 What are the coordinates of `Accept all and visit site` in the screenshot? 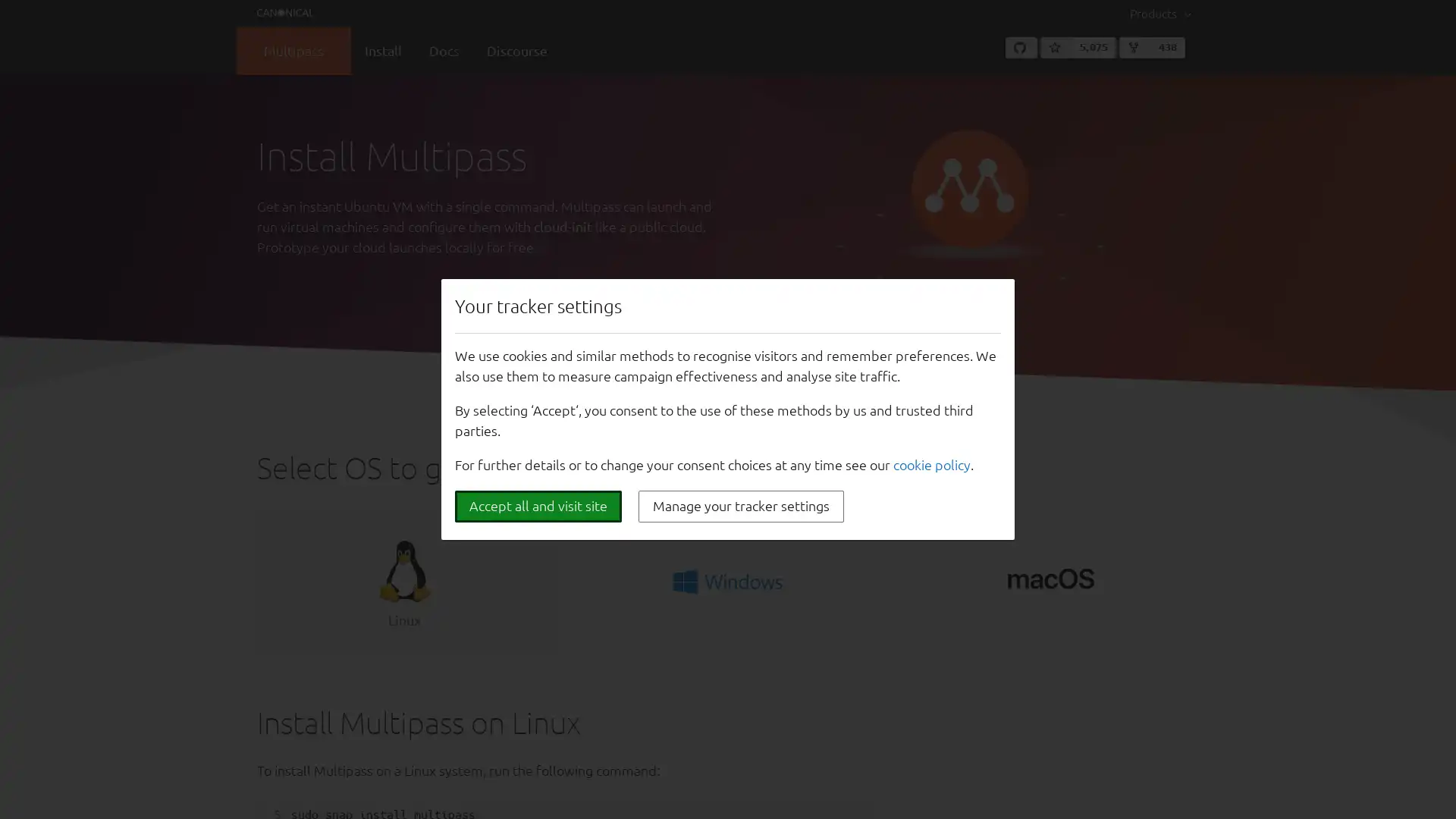 It's located at (538, 506).